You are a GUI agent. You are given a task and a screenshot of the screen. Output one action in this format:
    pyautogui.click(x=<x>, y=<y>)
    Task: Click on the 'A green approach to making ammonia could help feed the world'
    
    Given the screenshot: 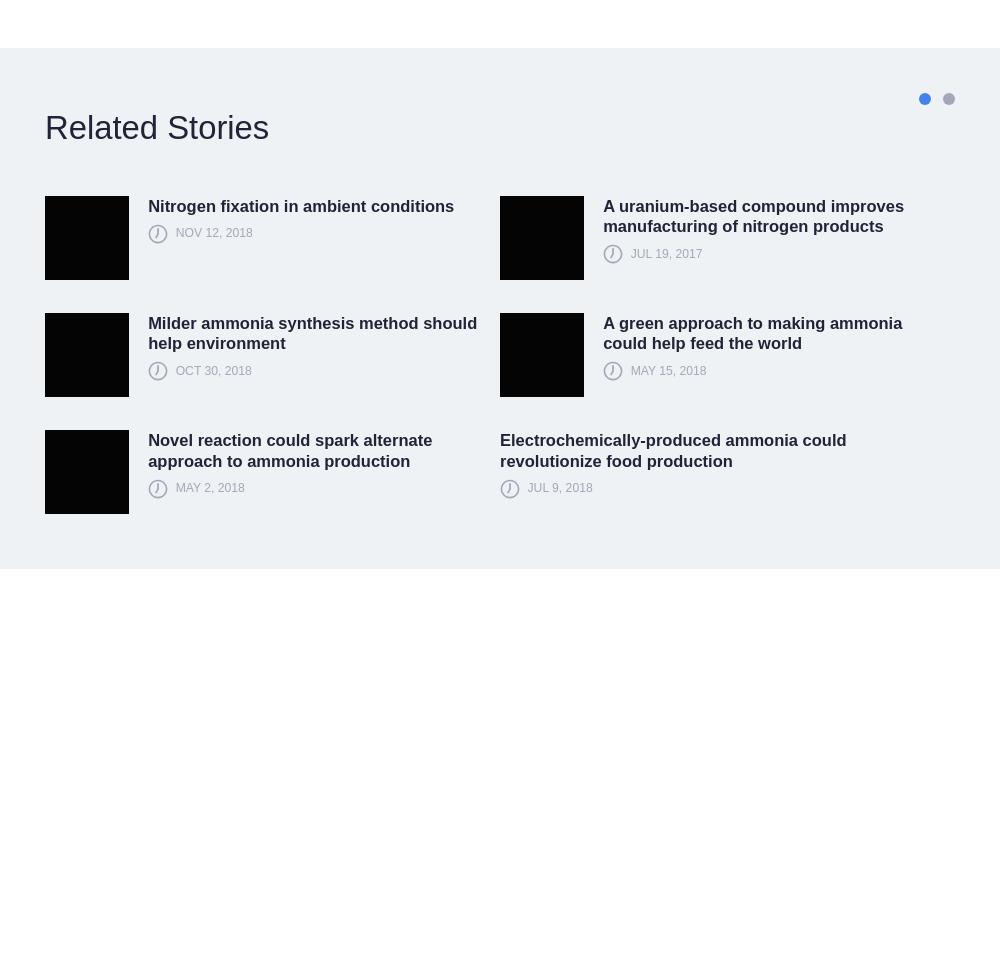 What is the action you would take?
    pyautogui.click(x=752, y=332)
    